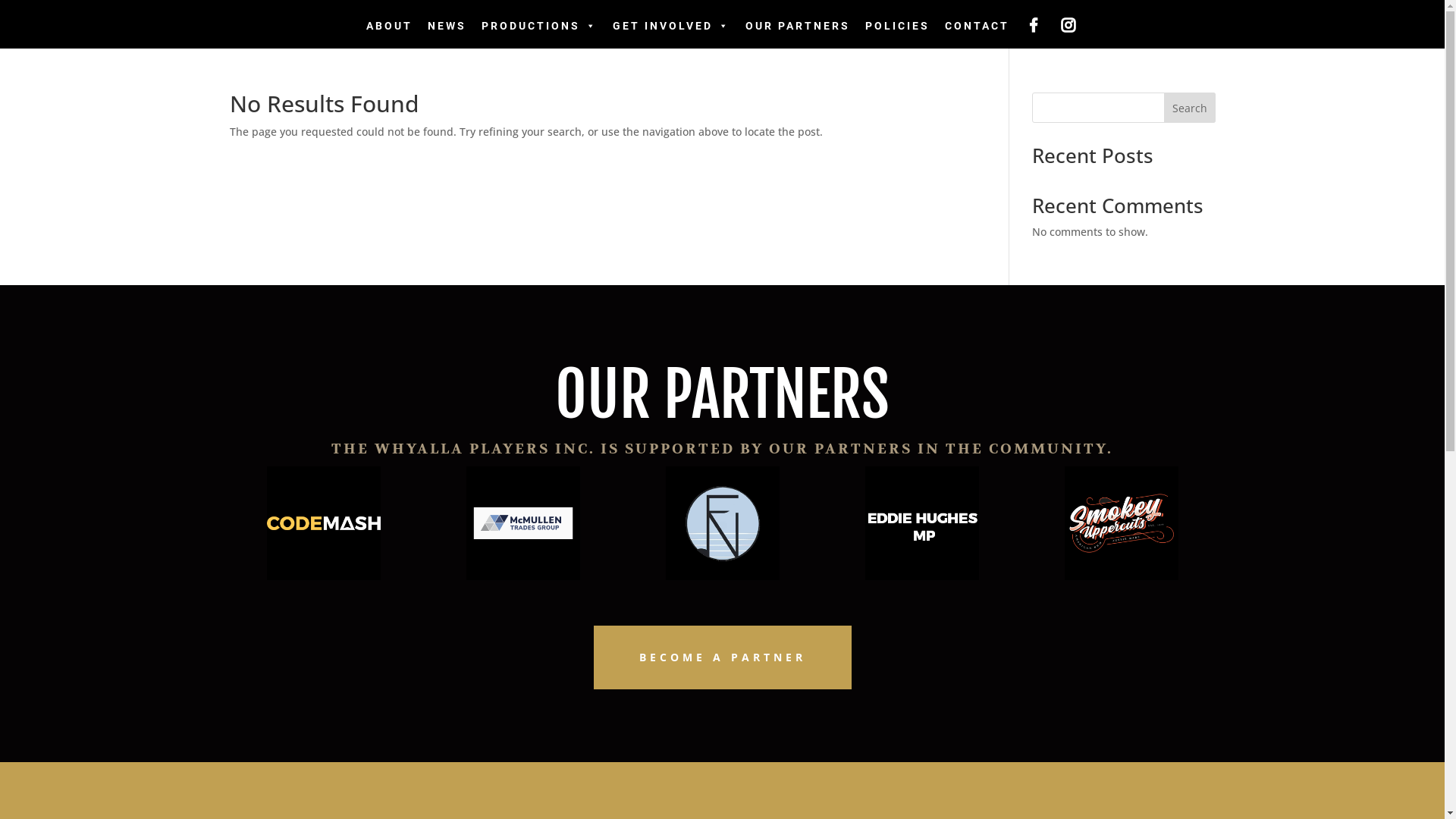 The image size is (1456, 819). I want to click on 'Search', so click(1189, 107).